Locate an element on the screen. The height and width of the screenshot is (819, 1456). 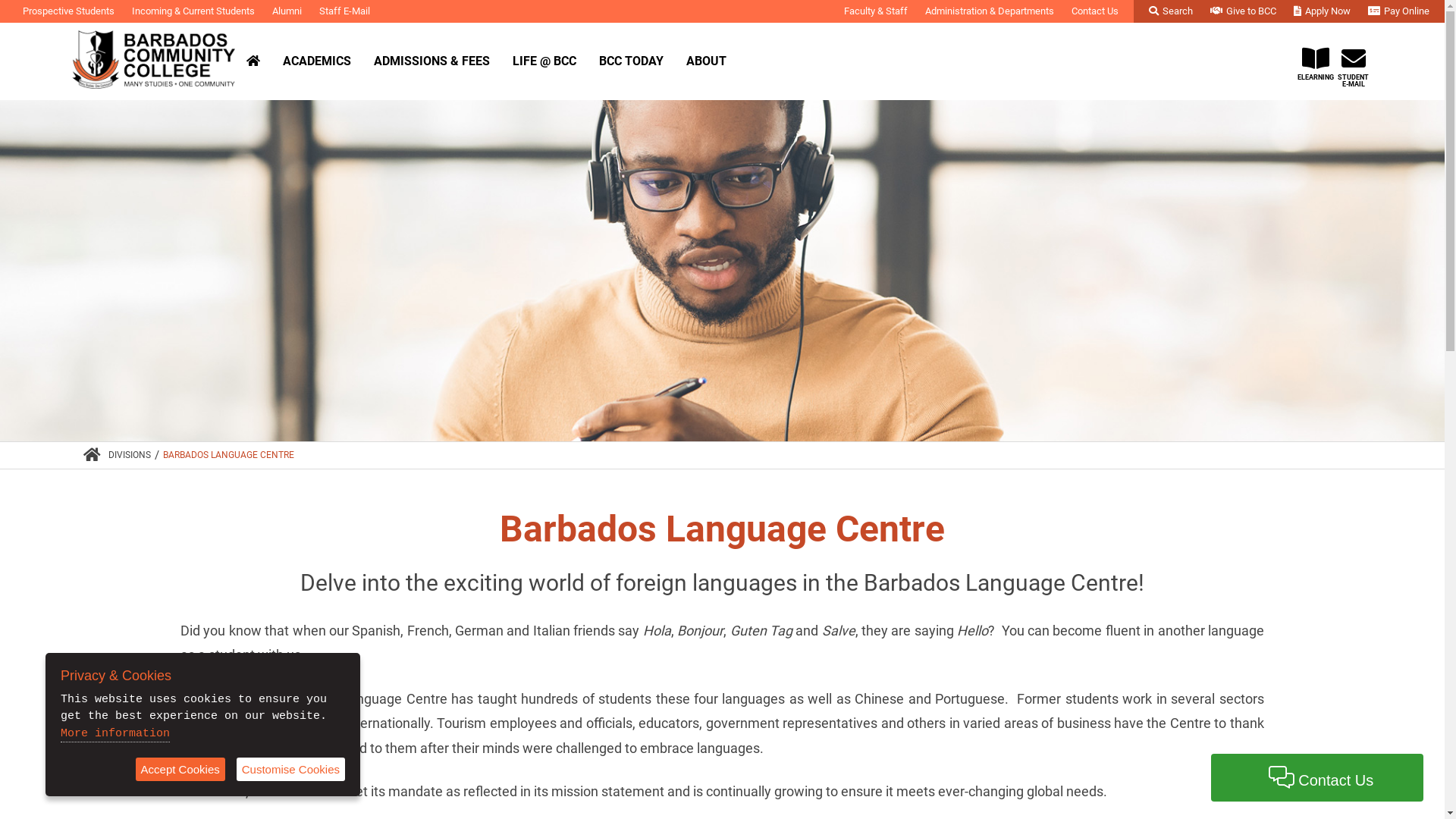
'BCC TODAY' is located at coordinates (631, 61).